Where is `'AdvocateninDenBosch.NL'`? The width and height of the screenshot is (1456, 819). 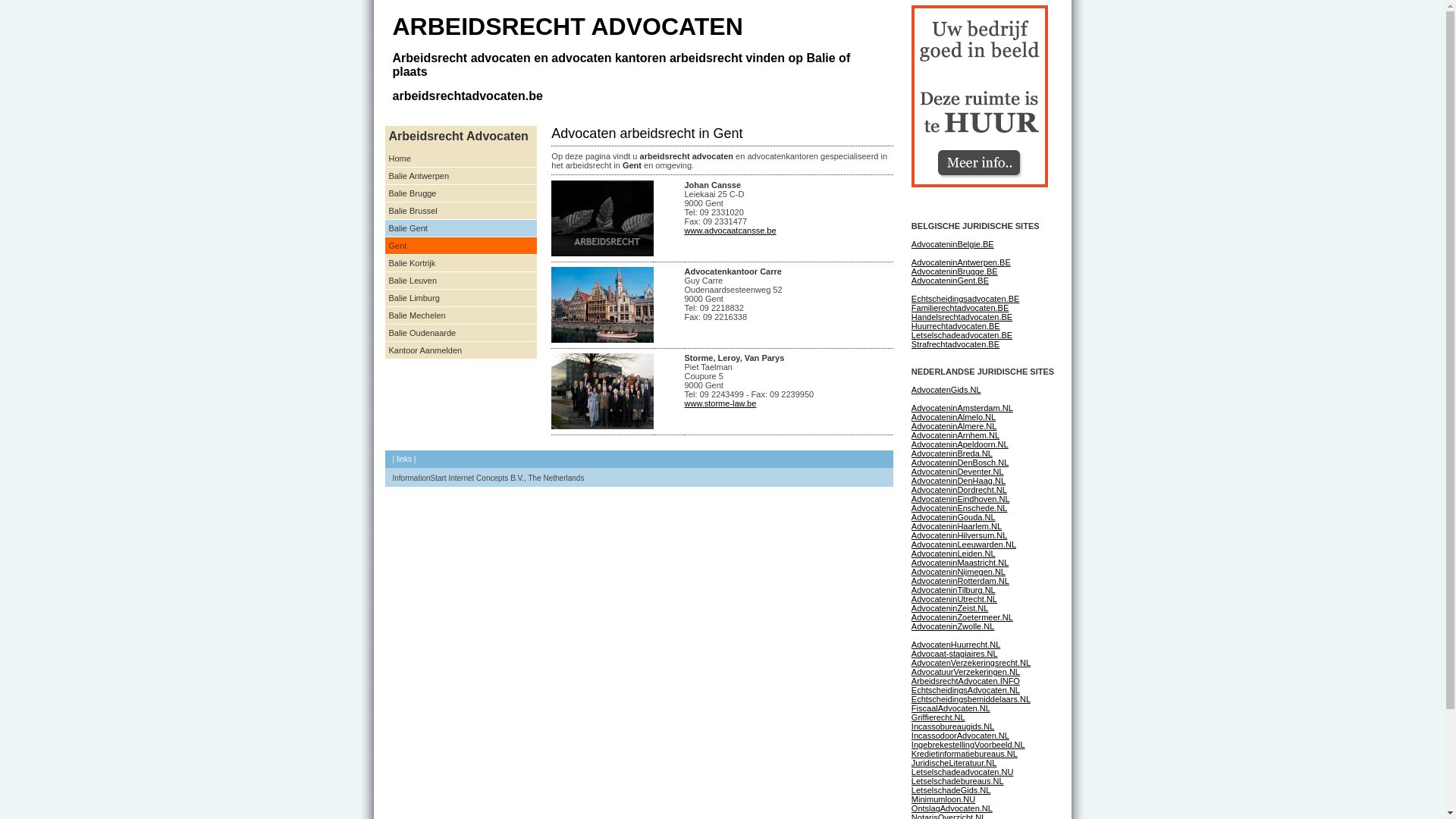
'AdvocateninDenBosch.NL' is located at coordinates (959, 461).